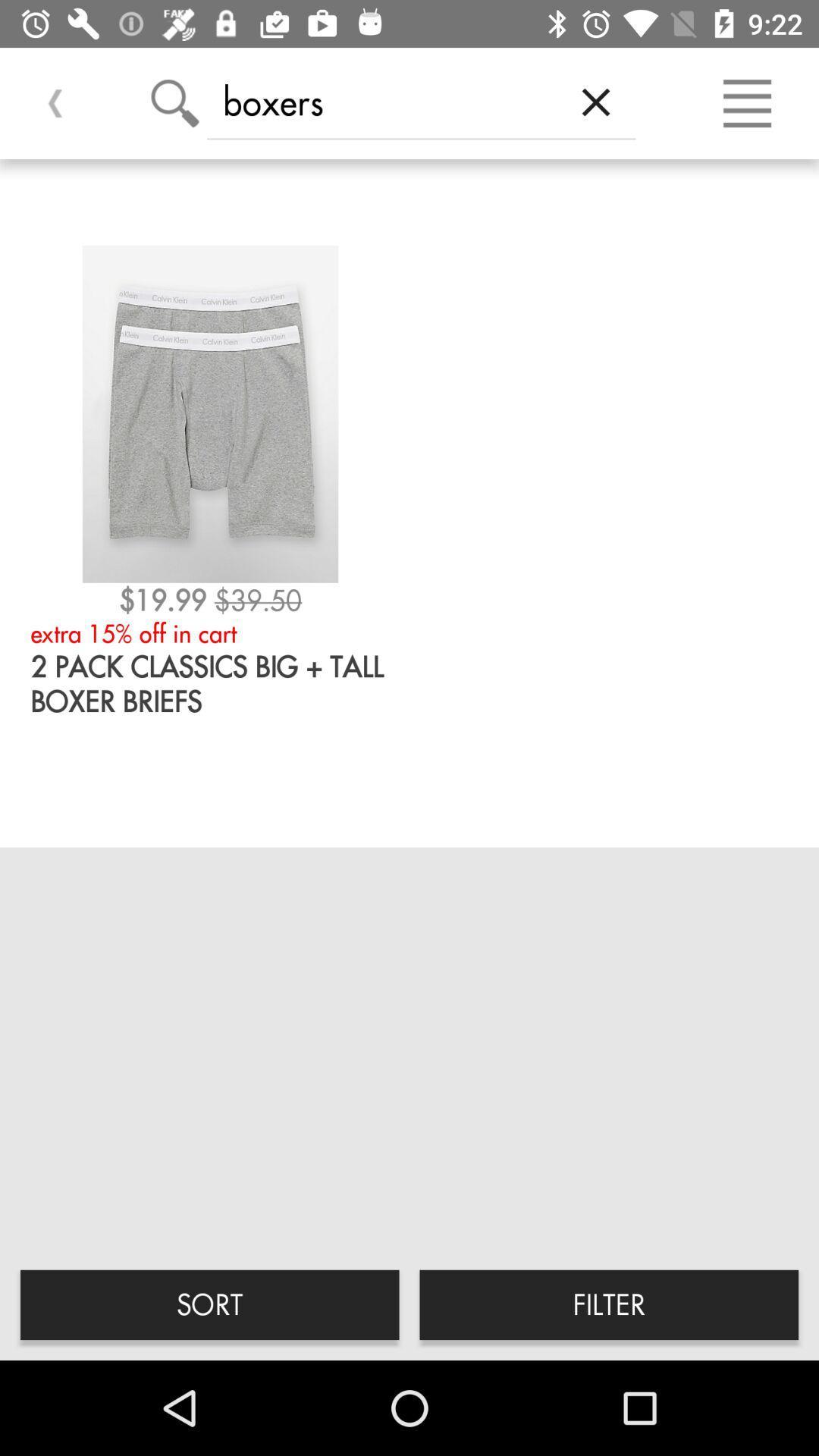 The height and width of the screenshot is (1456, 819). What do you see at coordinates (608, 1304) in the screenshot?
I see `filter` at bounding box center [608, 1304].